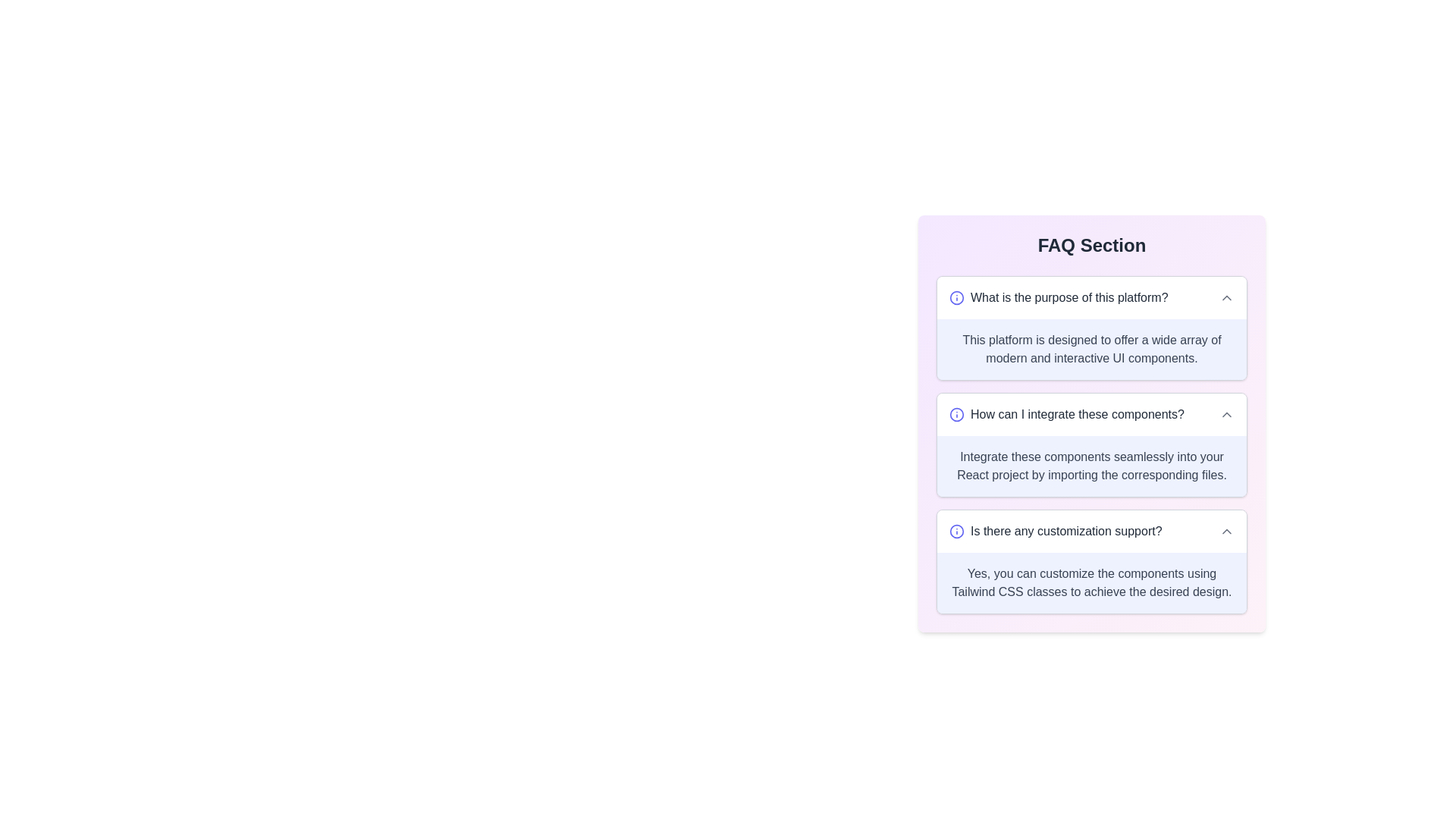 This screenshot has width=1456, height=819. I want to click on informative text block that answers the question 'Is there any customization support?' located in the FAQ section, specifically in the third panel, so click(1092, 582).